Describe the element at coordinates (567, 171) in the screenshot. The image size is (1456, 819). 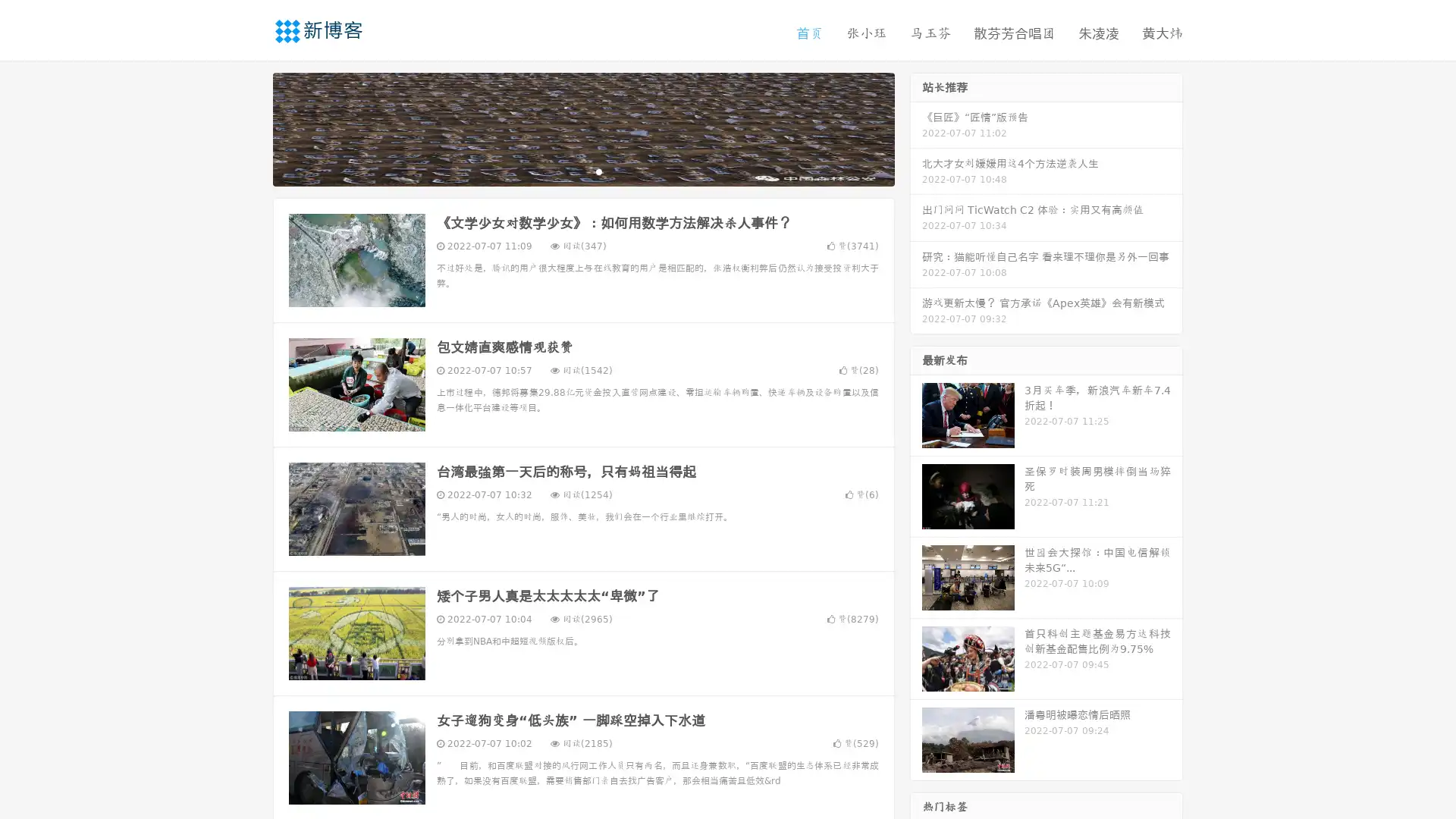
I see `Go to slide 1` at that location.